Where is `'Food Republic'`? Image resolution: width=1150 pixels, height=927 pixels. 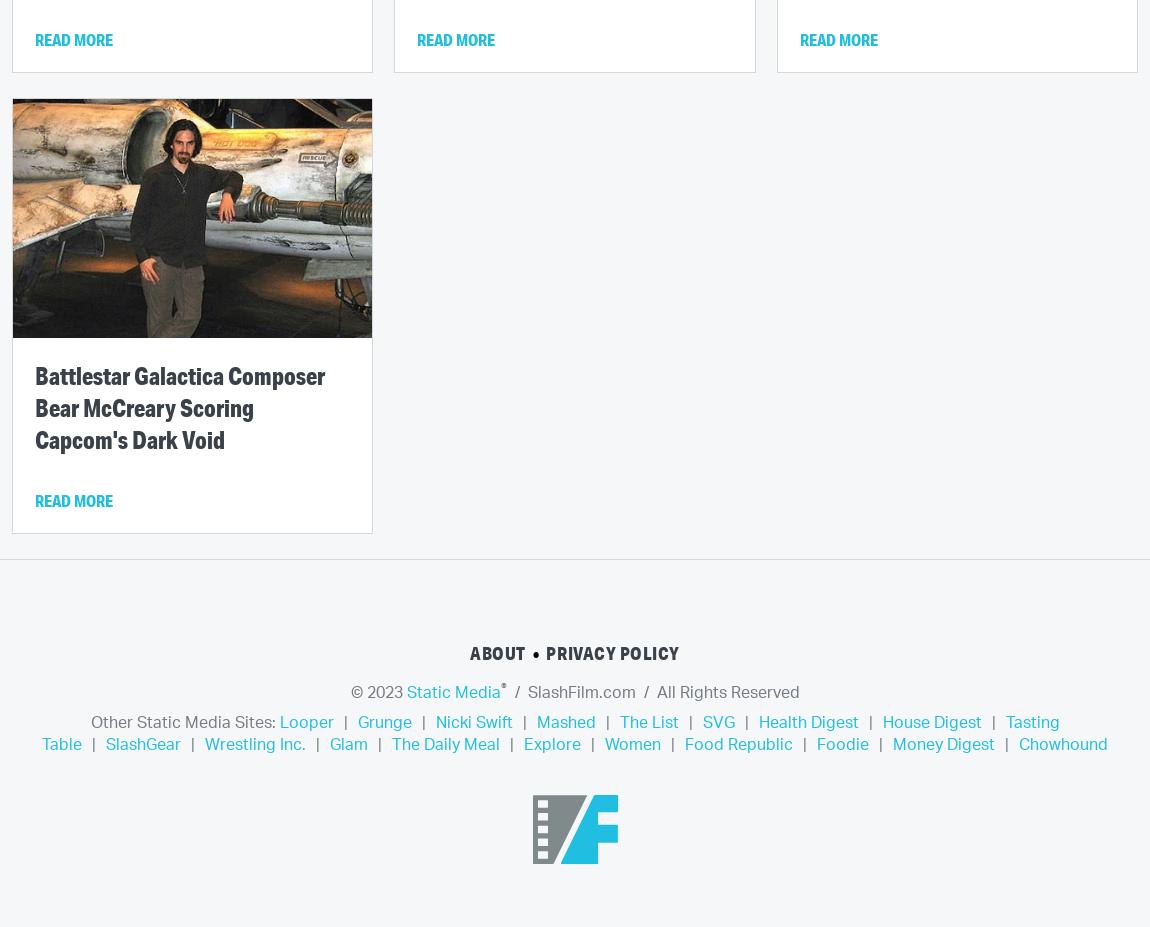 'Food Republic' is located at coordinates (737, 744).